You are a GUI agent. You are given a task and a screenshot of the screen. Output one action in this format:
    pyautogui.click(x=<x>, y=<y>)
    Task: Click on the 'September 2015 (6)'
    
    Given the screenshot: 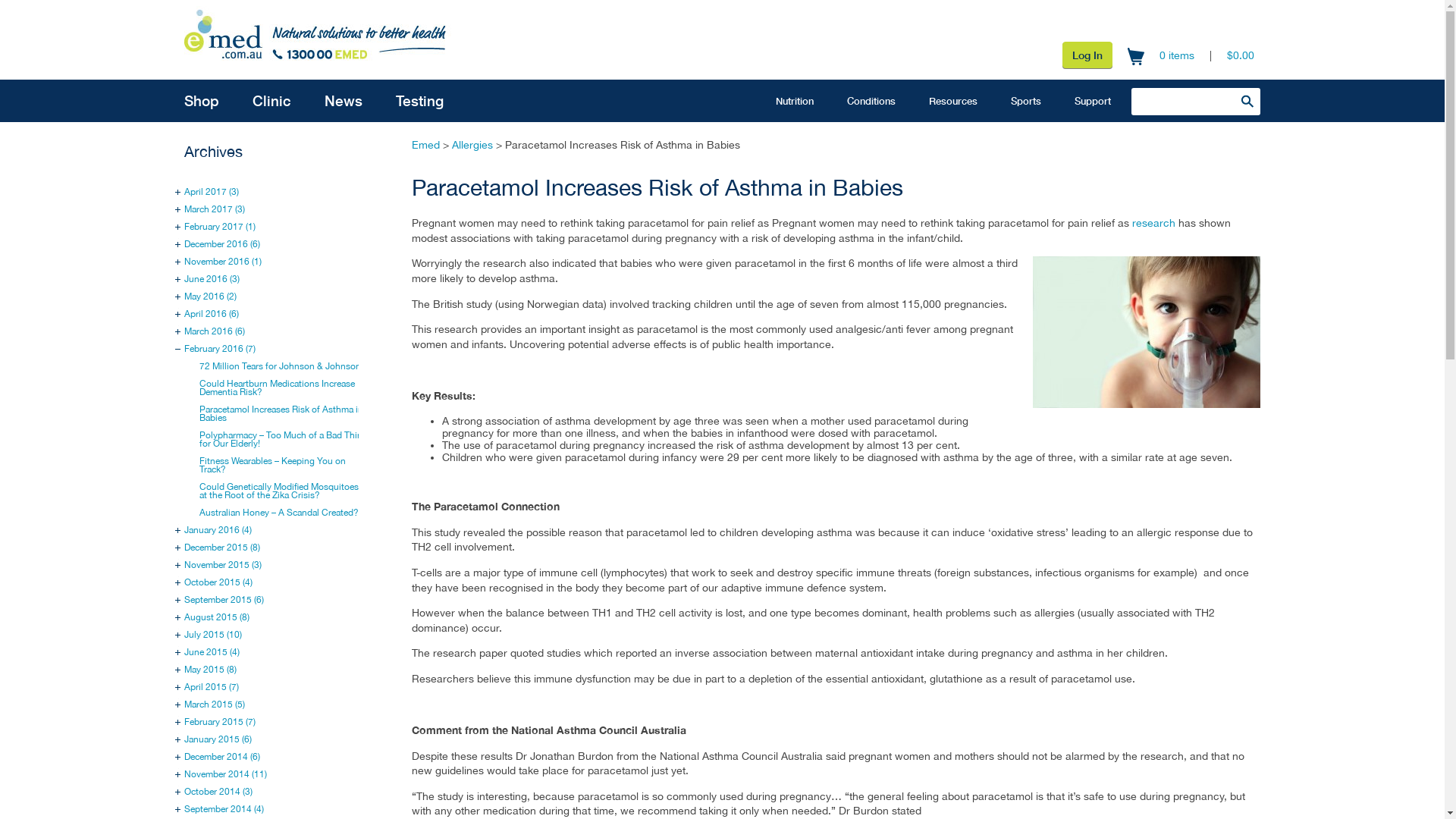 What is the action you would take?
    pyautogui.click(x=223, y=598)
    